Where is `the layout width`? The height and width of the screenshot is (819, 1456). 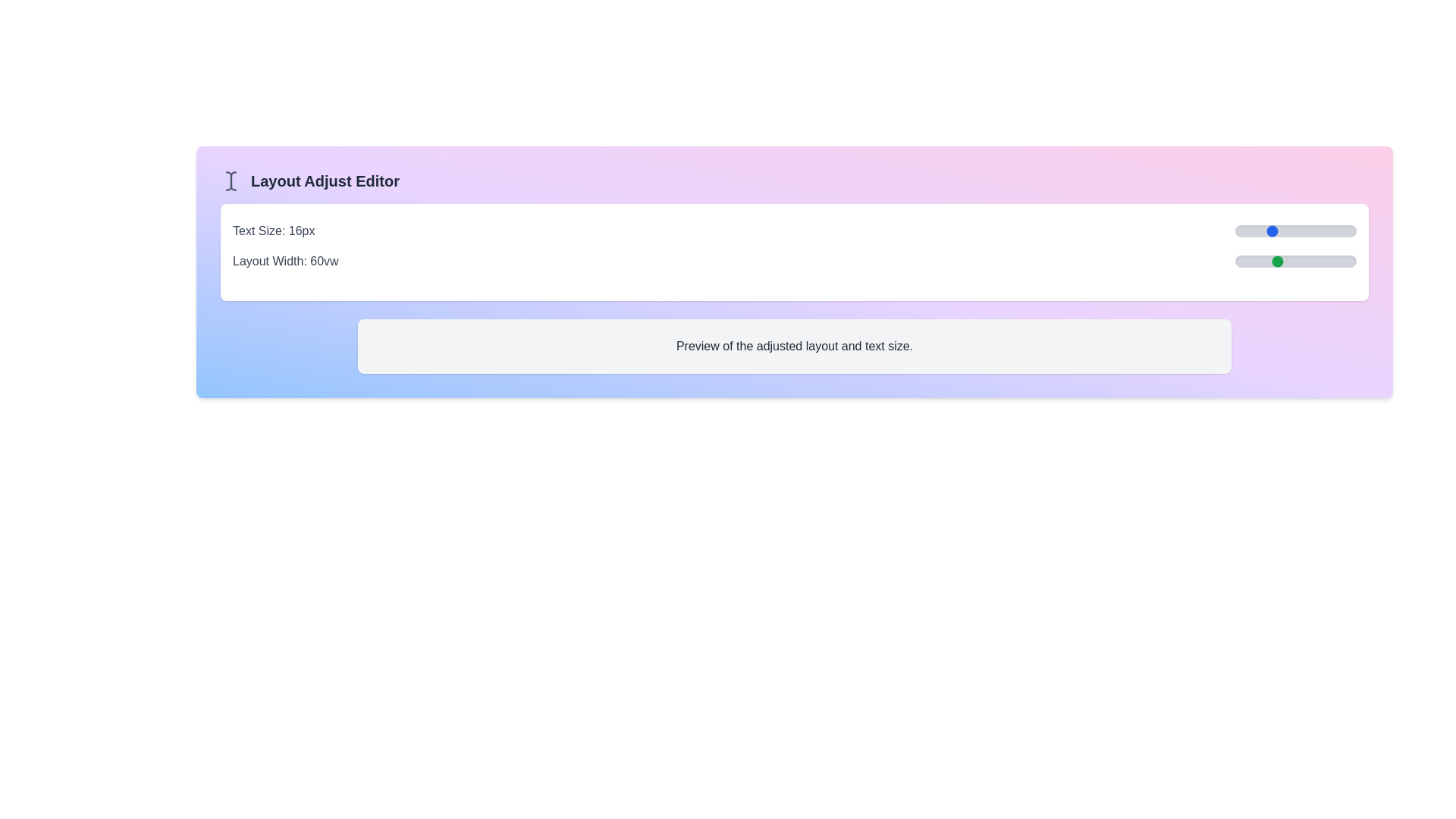
the layout width is located at coordinates (1301, 260).